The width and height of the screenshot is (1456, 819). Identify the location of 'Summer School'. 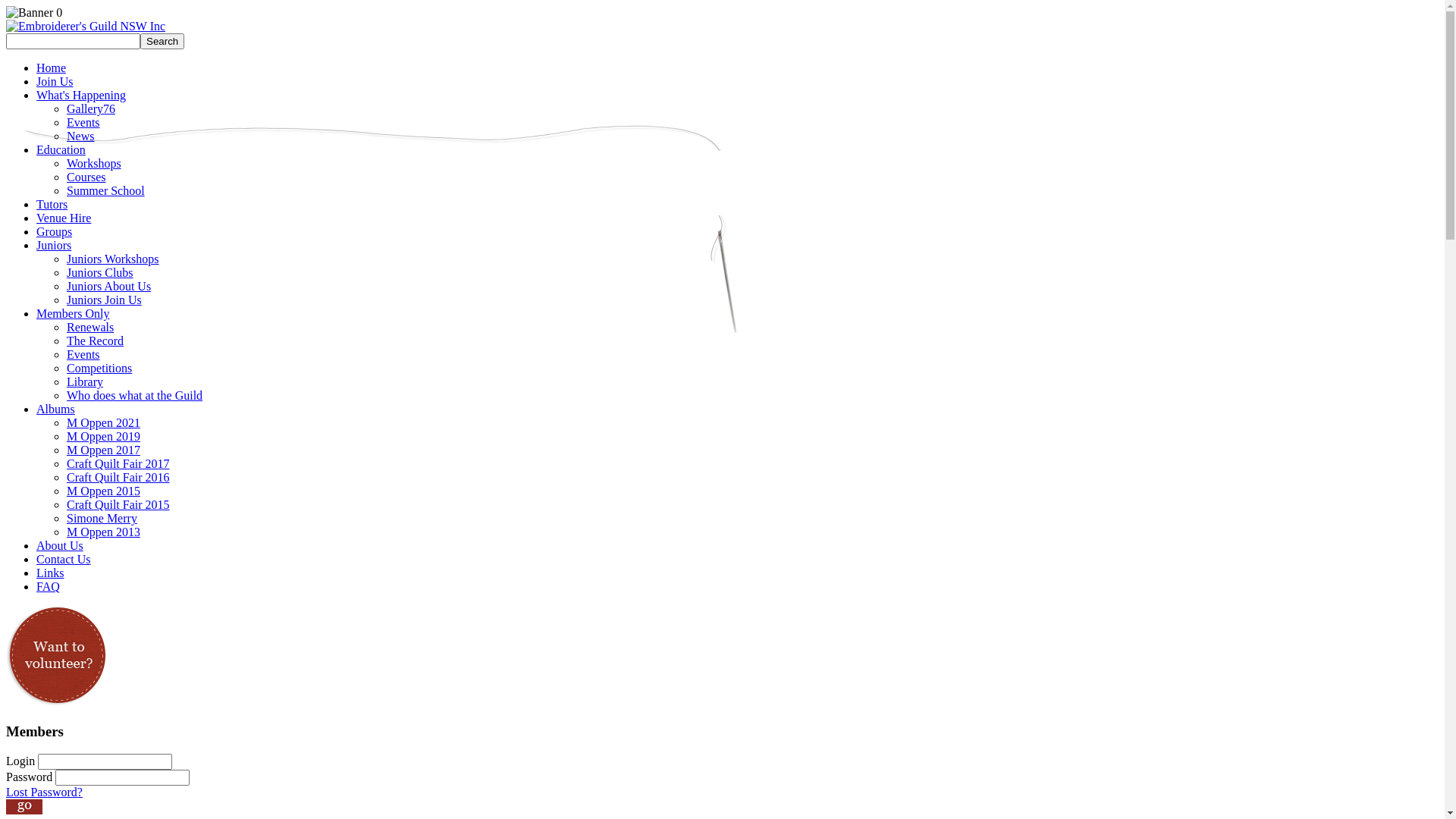
(105, 190).